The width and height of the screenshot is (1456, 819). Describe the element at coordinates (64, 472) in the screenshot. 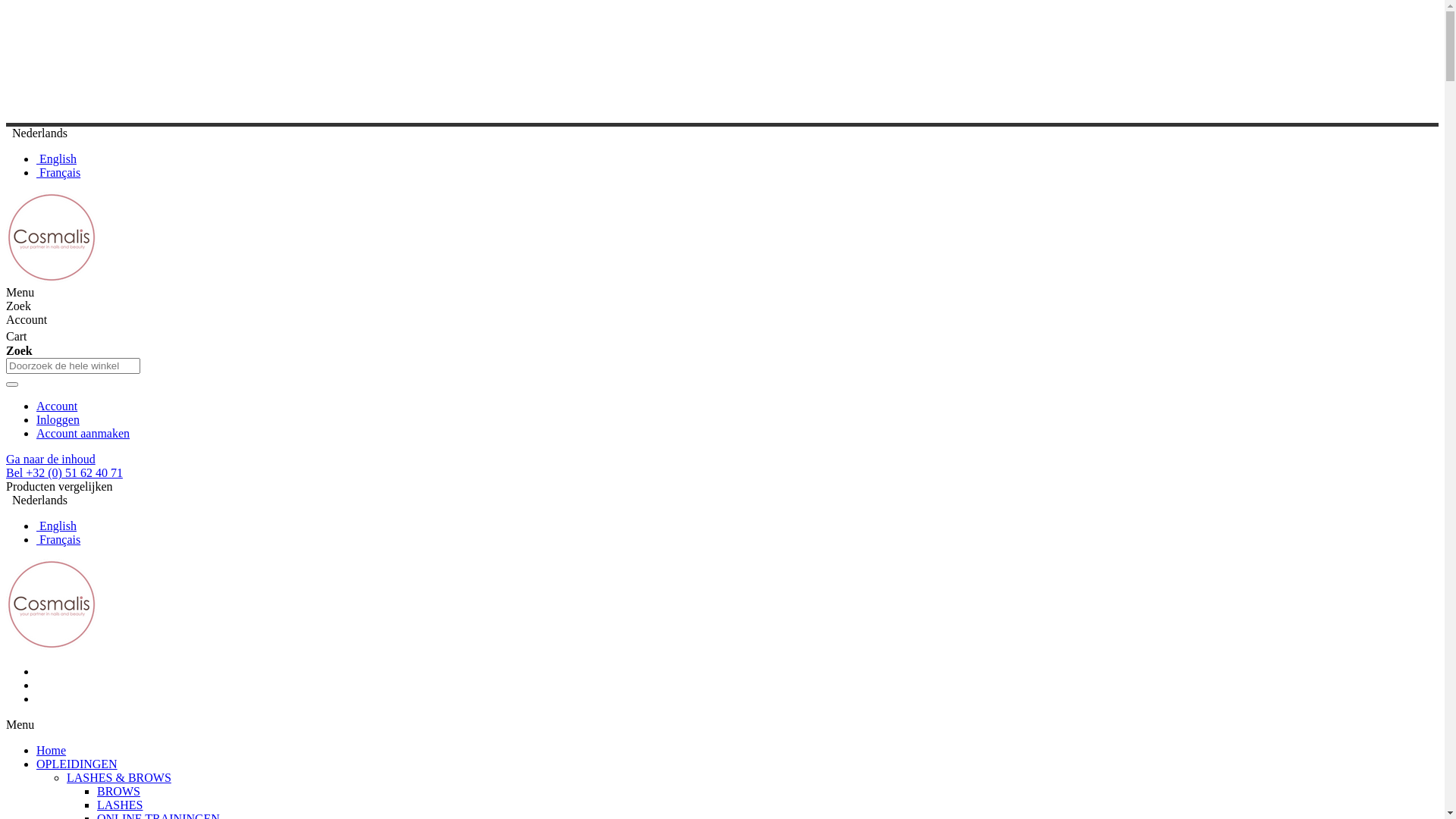

I see `'Bel +32 (0) 51 62 40 71'` at that location.